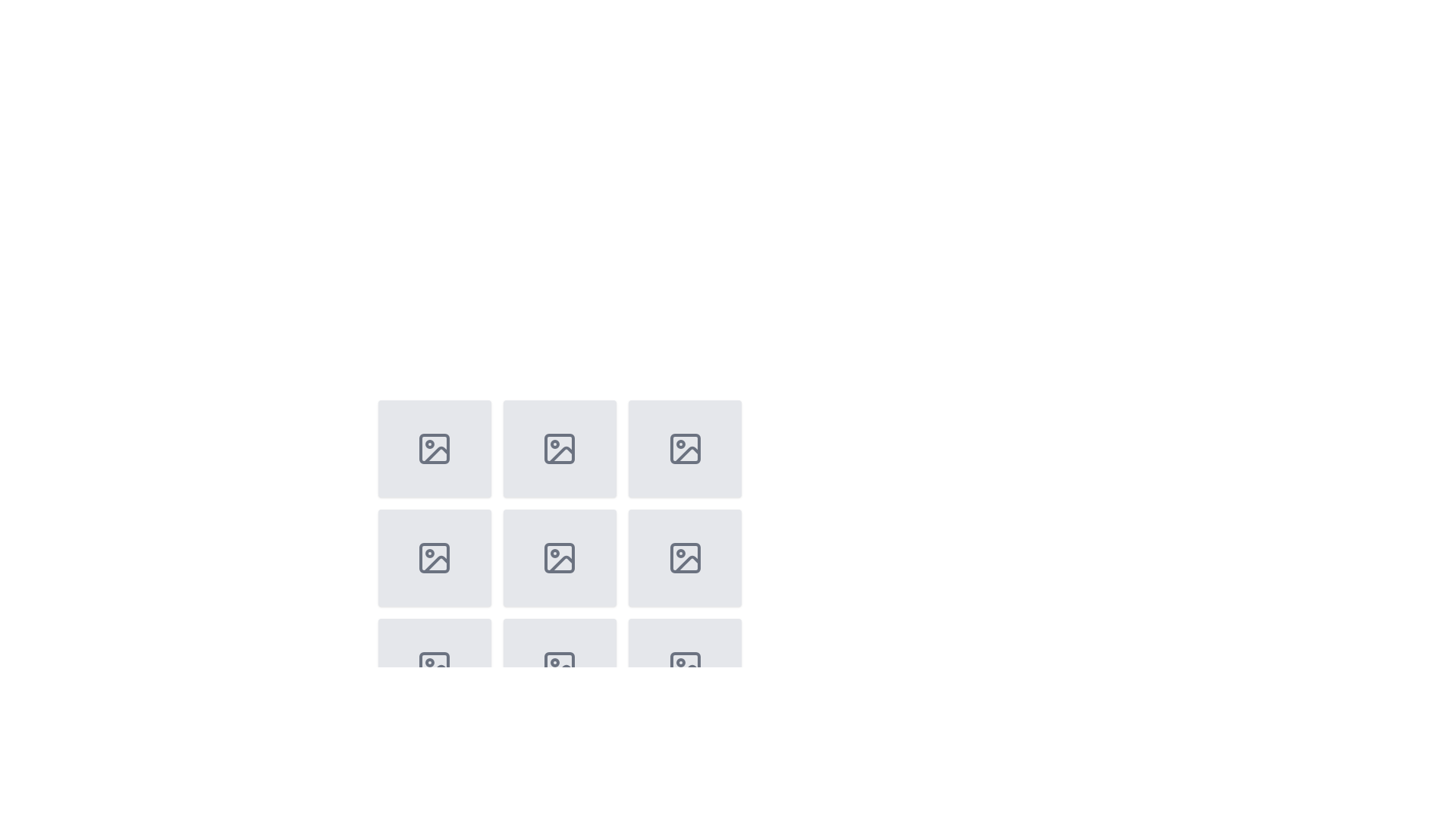  I want to click on the image placeholder component, which is a gray rectangle with a centered icon, so click(559, 579).